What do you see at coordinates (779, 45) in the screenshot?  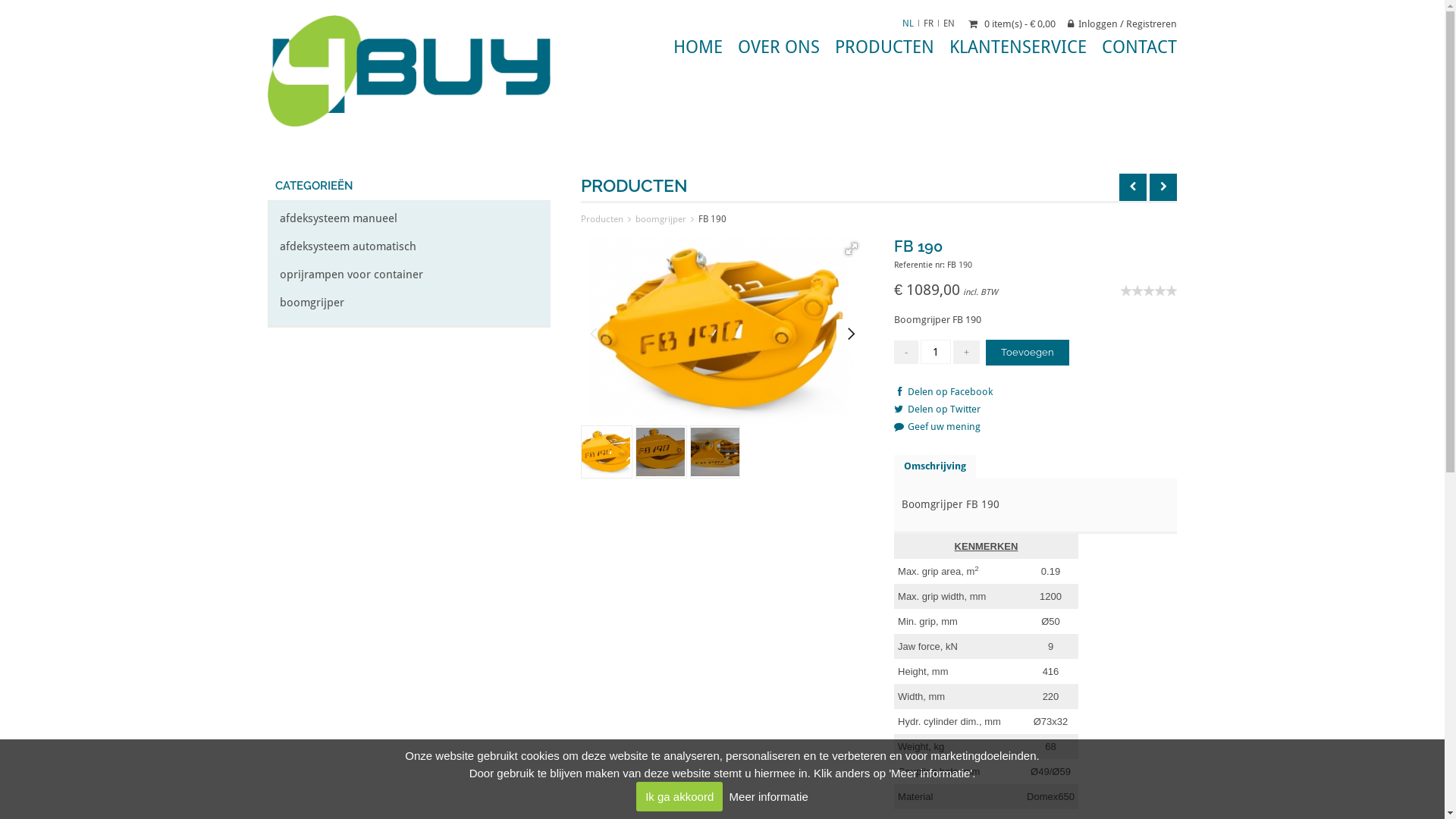 I see `'OVER ONS'` at bounding box center [779, 45].